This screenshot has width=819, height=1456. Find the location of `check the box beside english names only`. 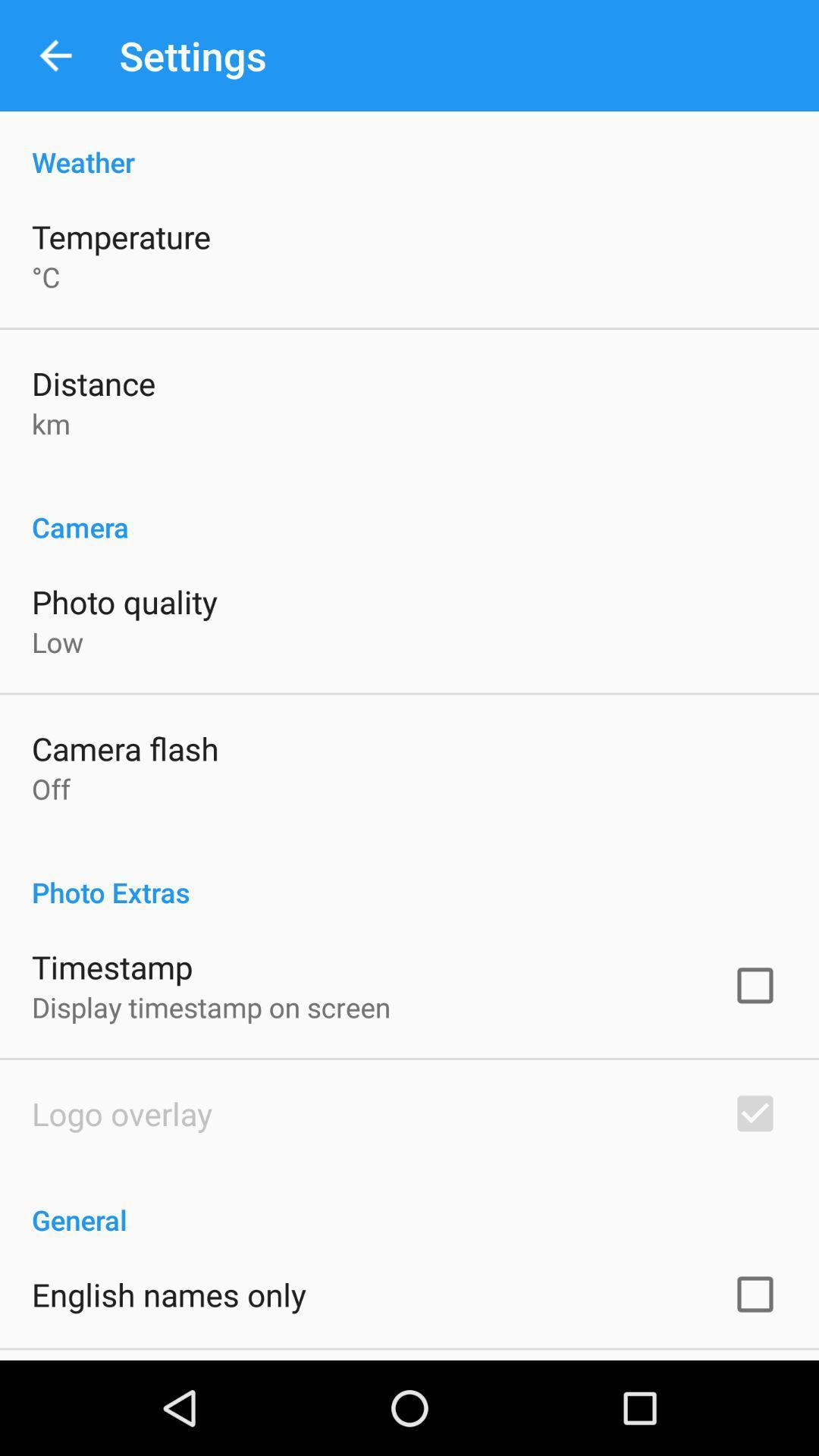

check the box beside english names only is located at coordinates (755, 1294).